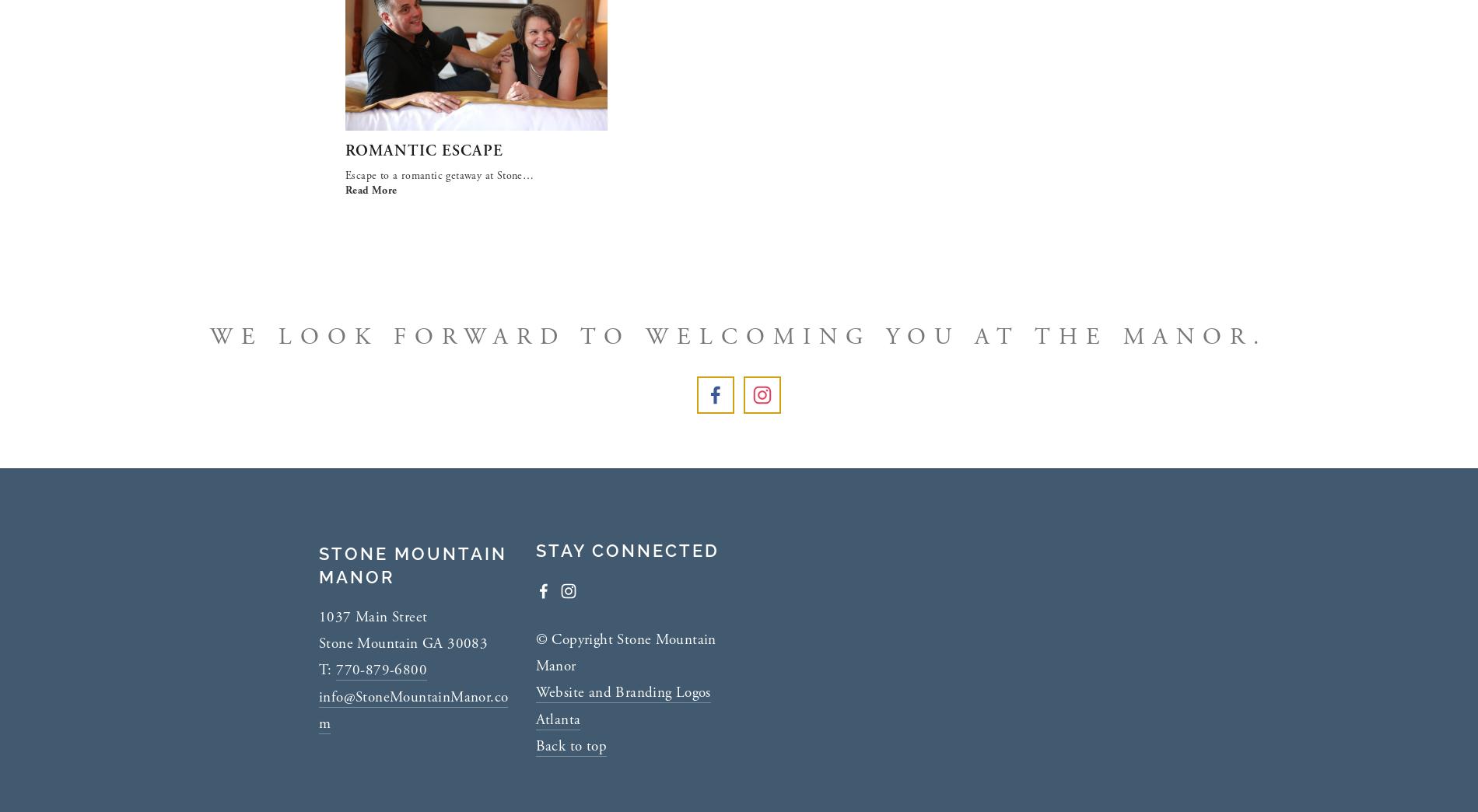 The image size is (1478, 812). What do you see at coordinates (371, 191) in the screenshot?
I see `'Read More'` at bounding box center [371, 191].